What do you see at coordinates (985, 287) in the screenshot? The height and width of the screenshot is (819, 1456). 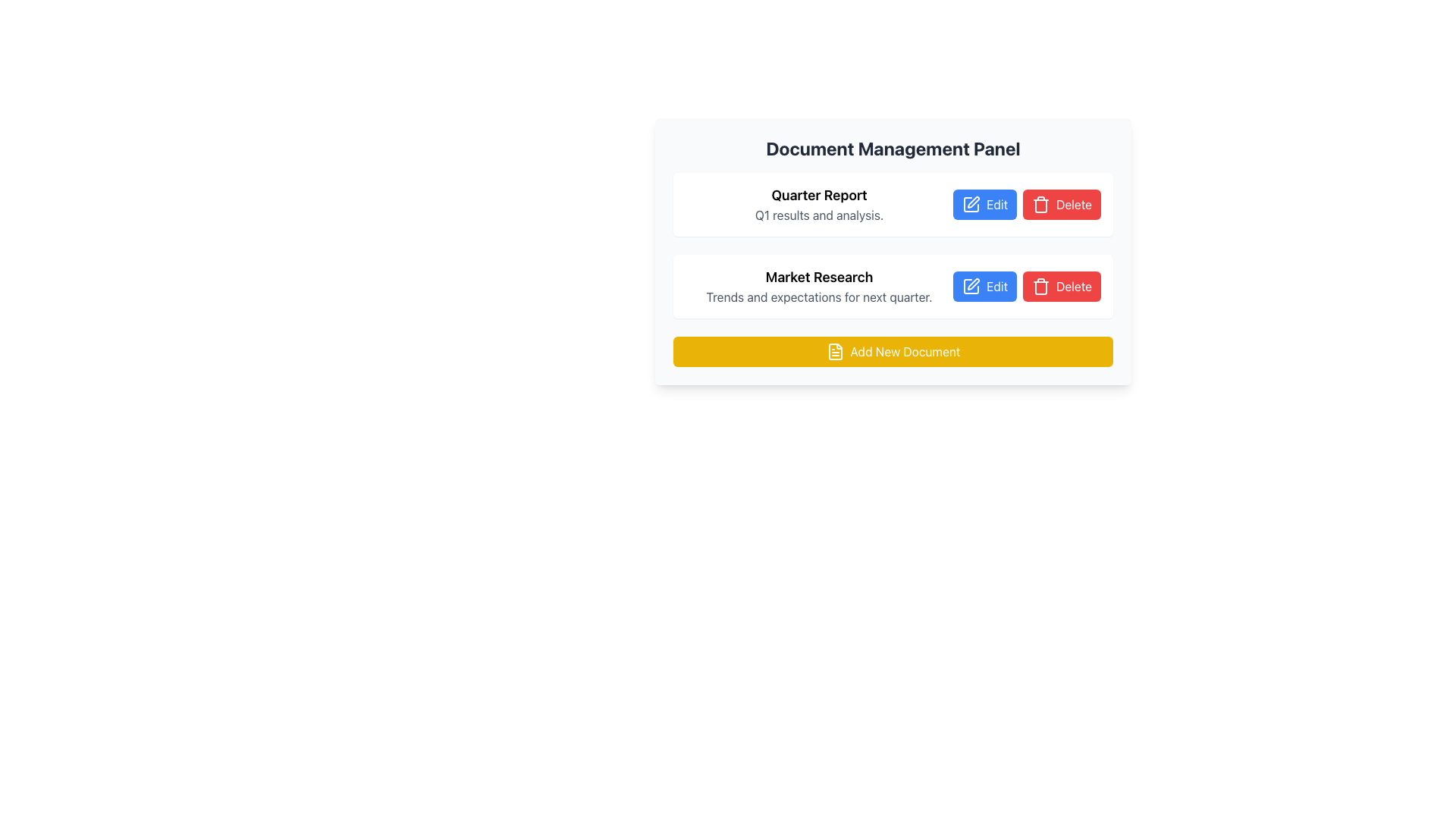 I see `the bright blue 'Edit' button with white text and a pen icon to initiate the edit action` at bounding box center [985, 287].